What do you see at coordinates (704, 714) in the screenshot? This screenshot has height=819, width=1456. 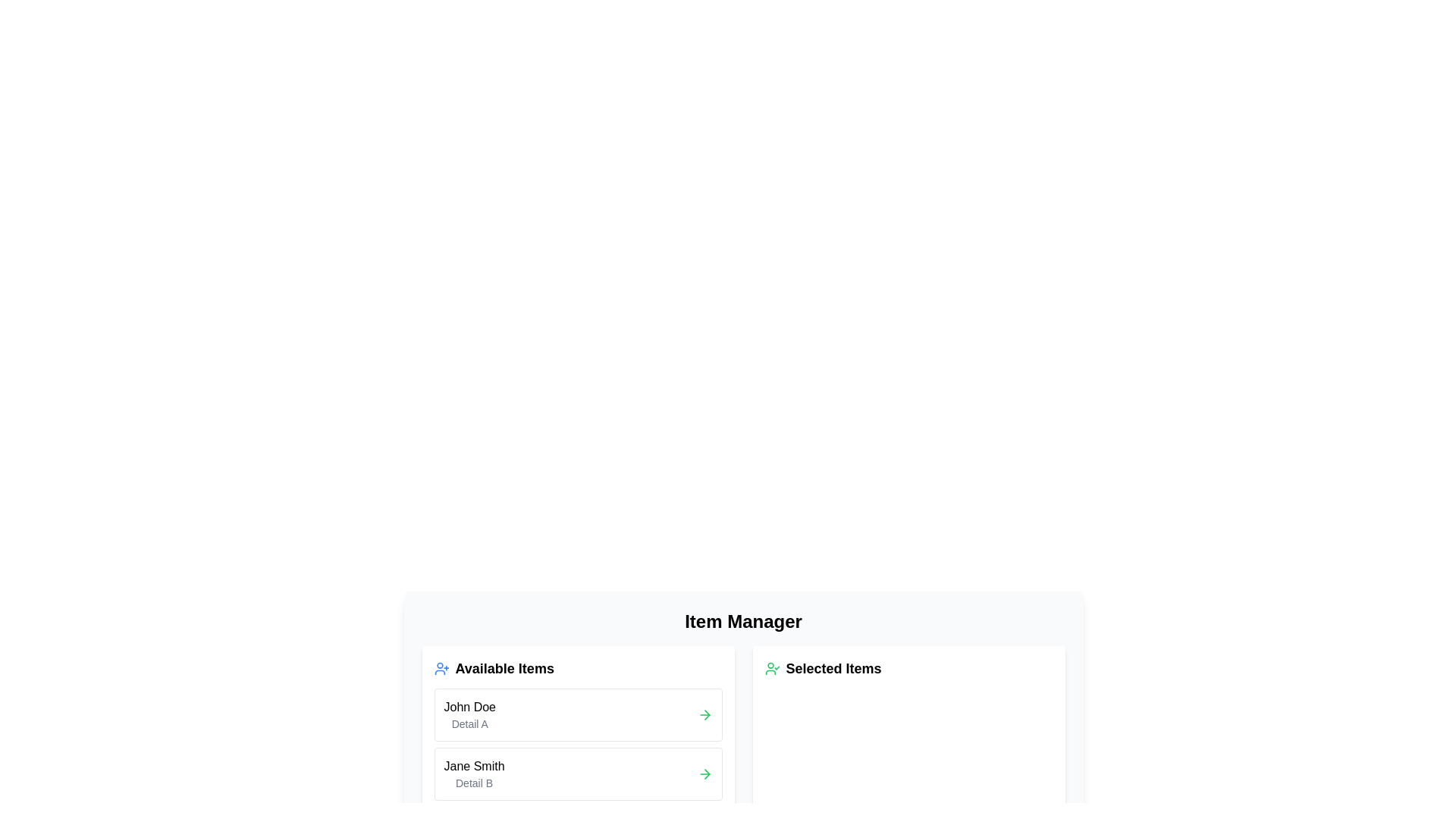 I see `the Right Arrow SVG Icon, which is located at the far-right side of the box containing the text 'John Doe' and 'Detail A'` at bounding box center [704, 714].